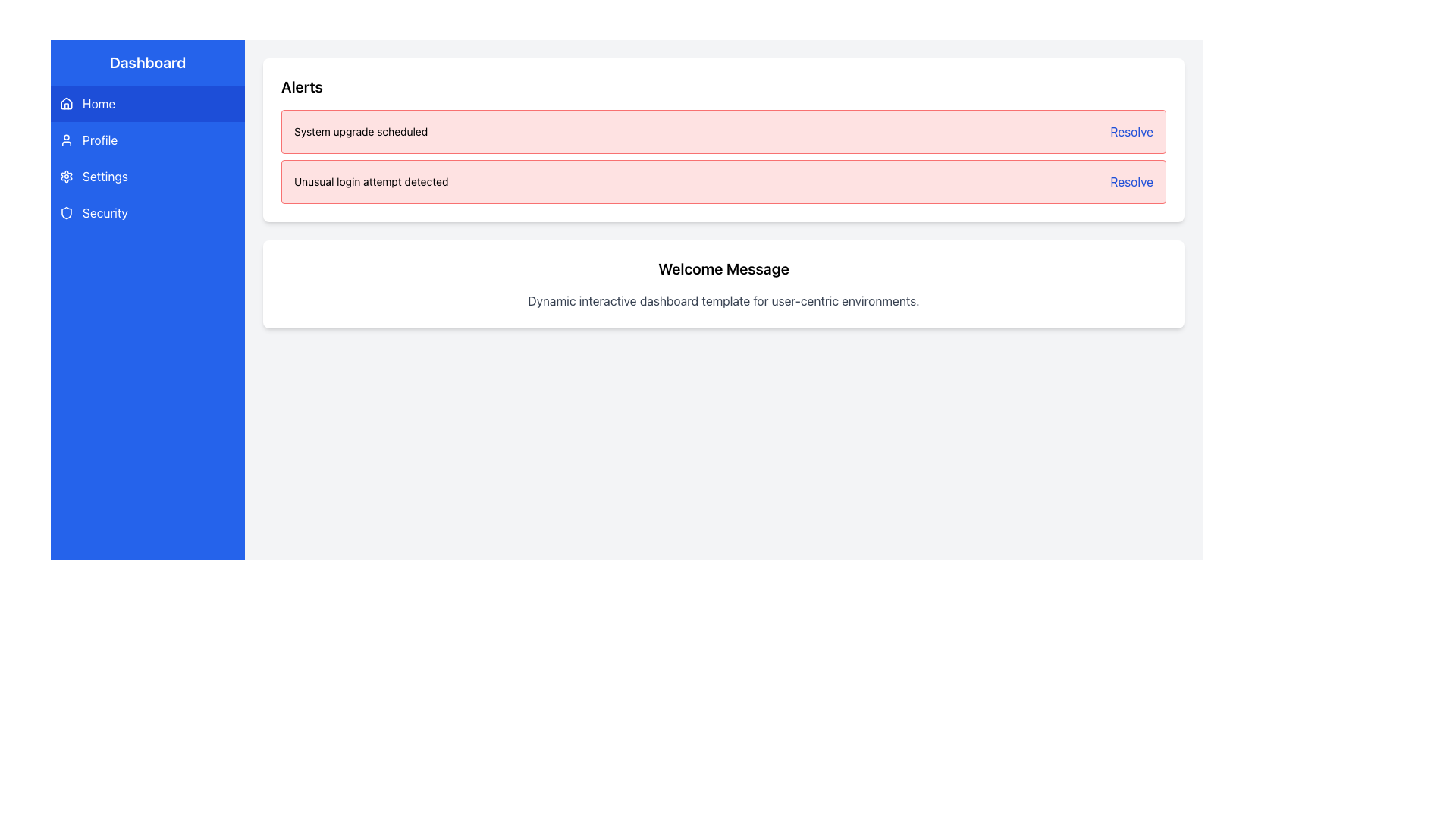 The width and height of the screenshot is (1456, 819). I want to click on the 'Home' text label in the vertical navigation menu on the left side of the interface, so click(98, 103).